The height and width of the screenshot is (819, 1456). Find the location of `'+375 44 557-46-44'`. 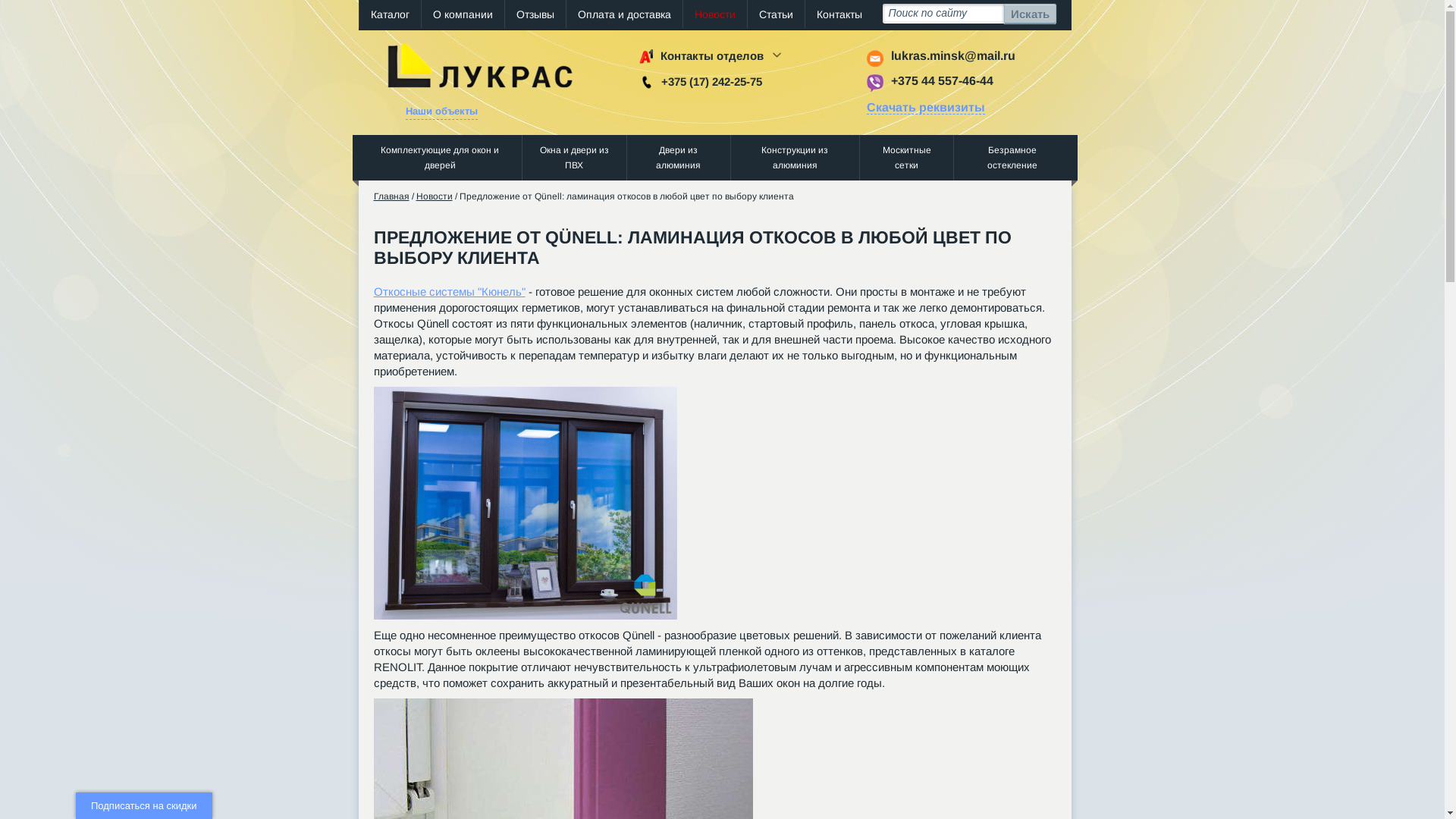

'+375 44 557-46-44' is located at coordinates (940, 80).